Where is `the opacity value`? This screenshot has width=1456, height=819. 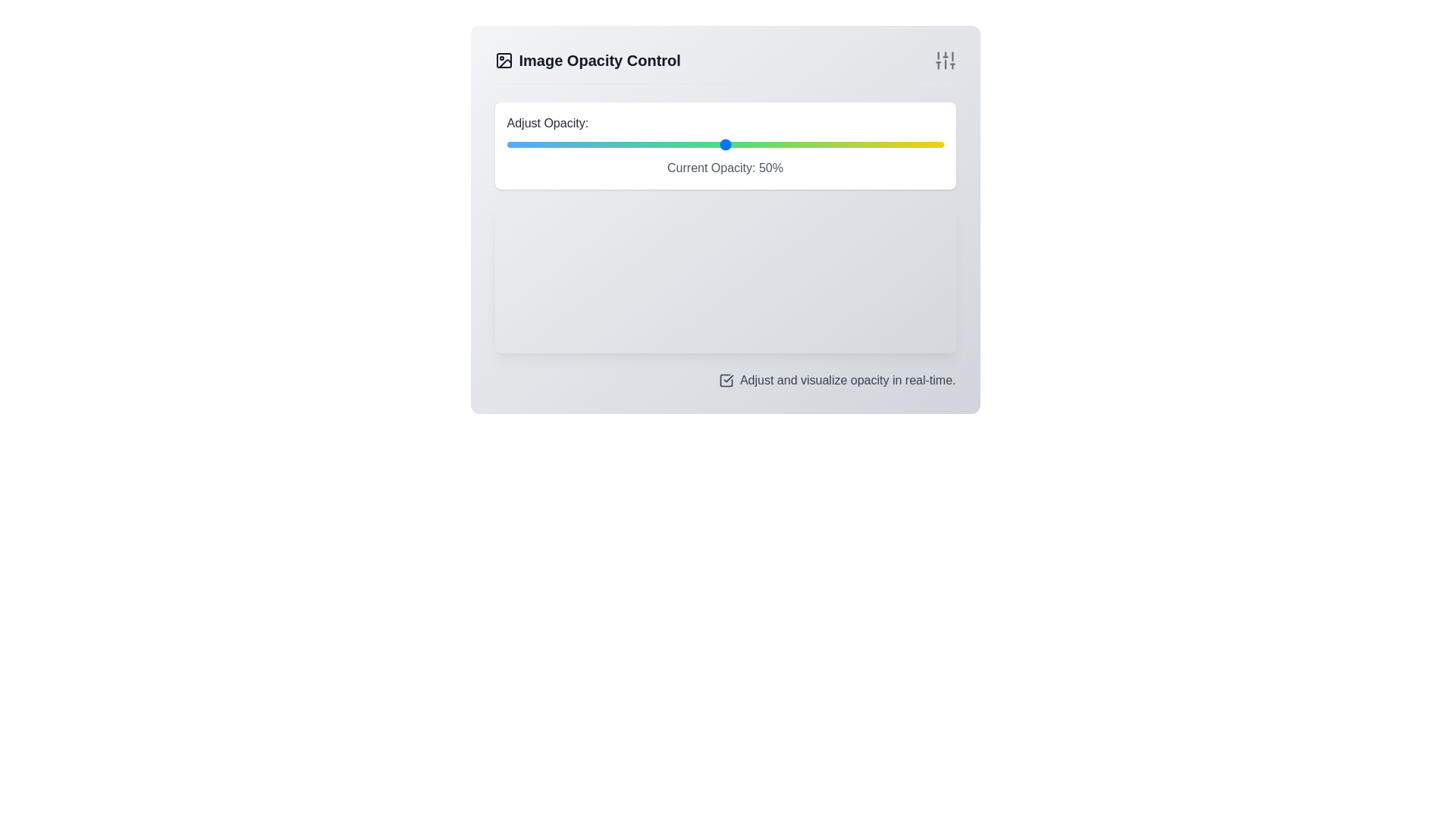
the opacity value is located at coordinates (755, 145).